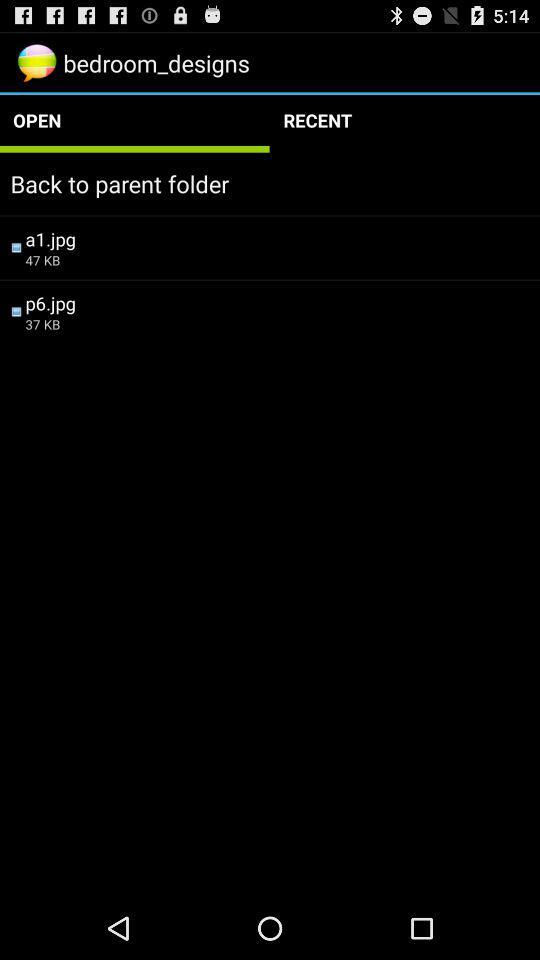  I want to click on icon below the p6.jpg item, so click(276, 324).